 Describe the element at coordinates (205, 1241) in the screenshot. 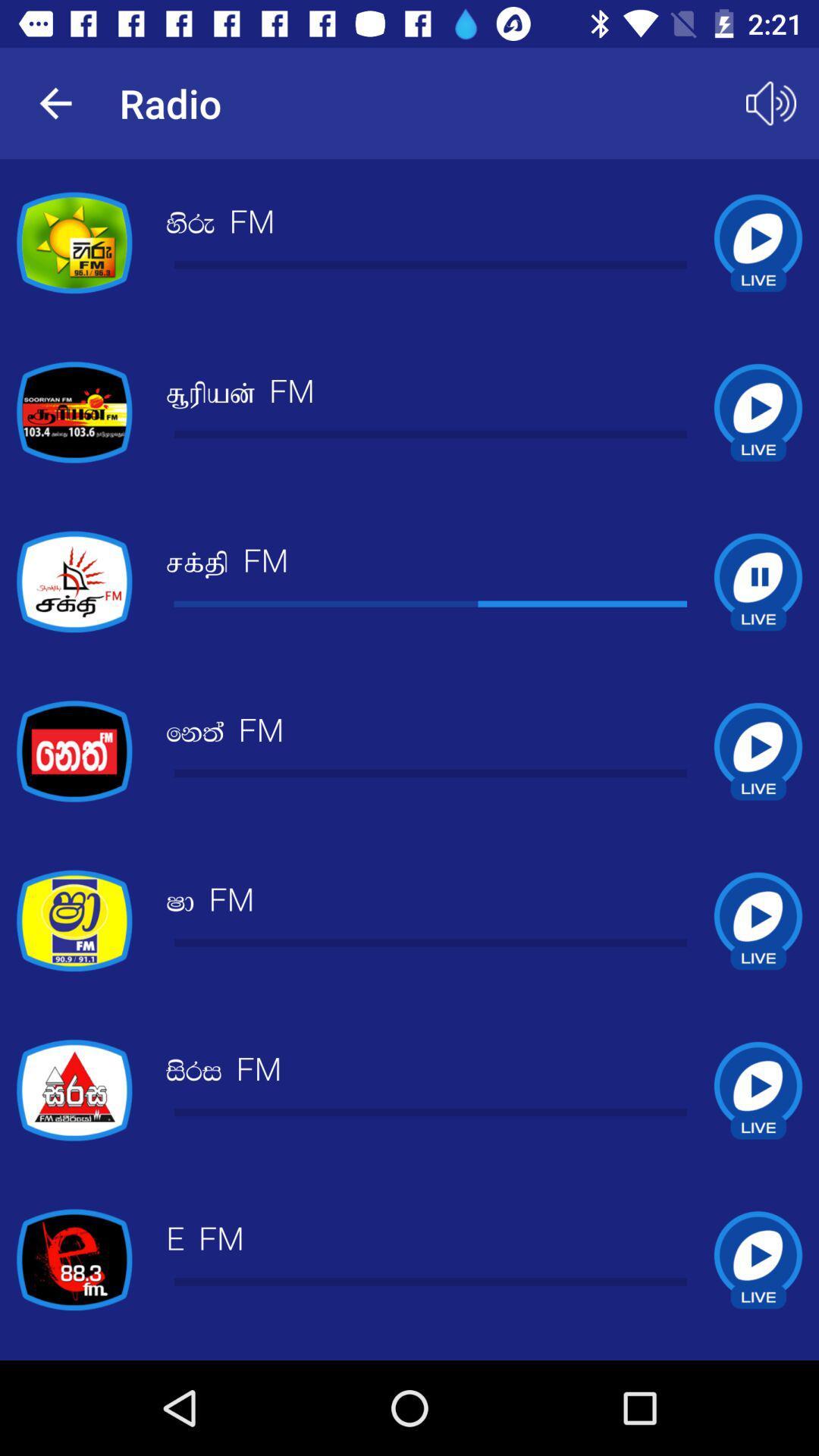

I see `the e fm` at that location.